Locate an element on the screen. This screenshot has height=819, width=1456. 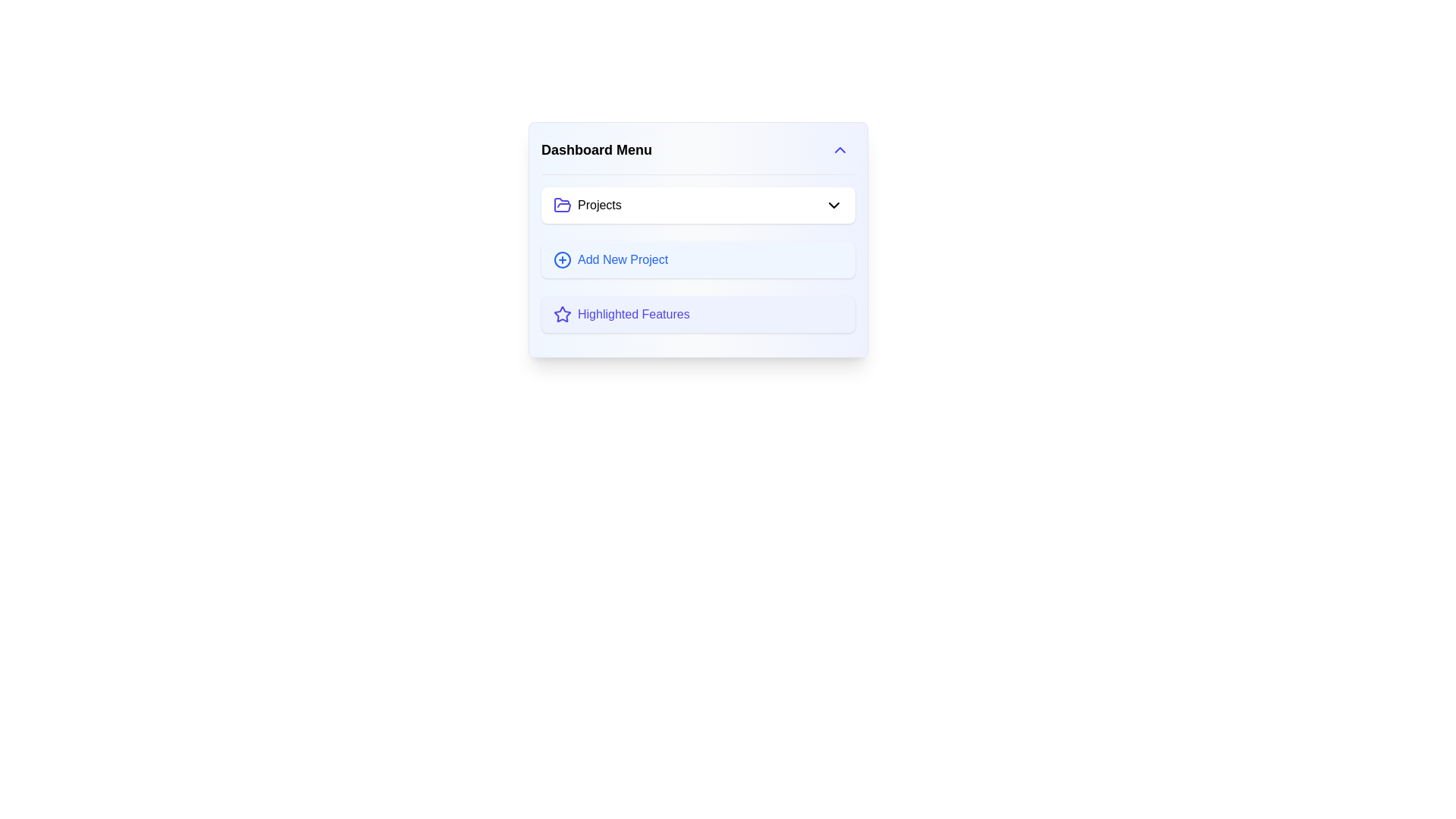
the text label displaying 'Projects', which is in bold black font and located near the top of the vertical dashboard menu, adjacent to a folder icon is located at coordinates (598, 205).